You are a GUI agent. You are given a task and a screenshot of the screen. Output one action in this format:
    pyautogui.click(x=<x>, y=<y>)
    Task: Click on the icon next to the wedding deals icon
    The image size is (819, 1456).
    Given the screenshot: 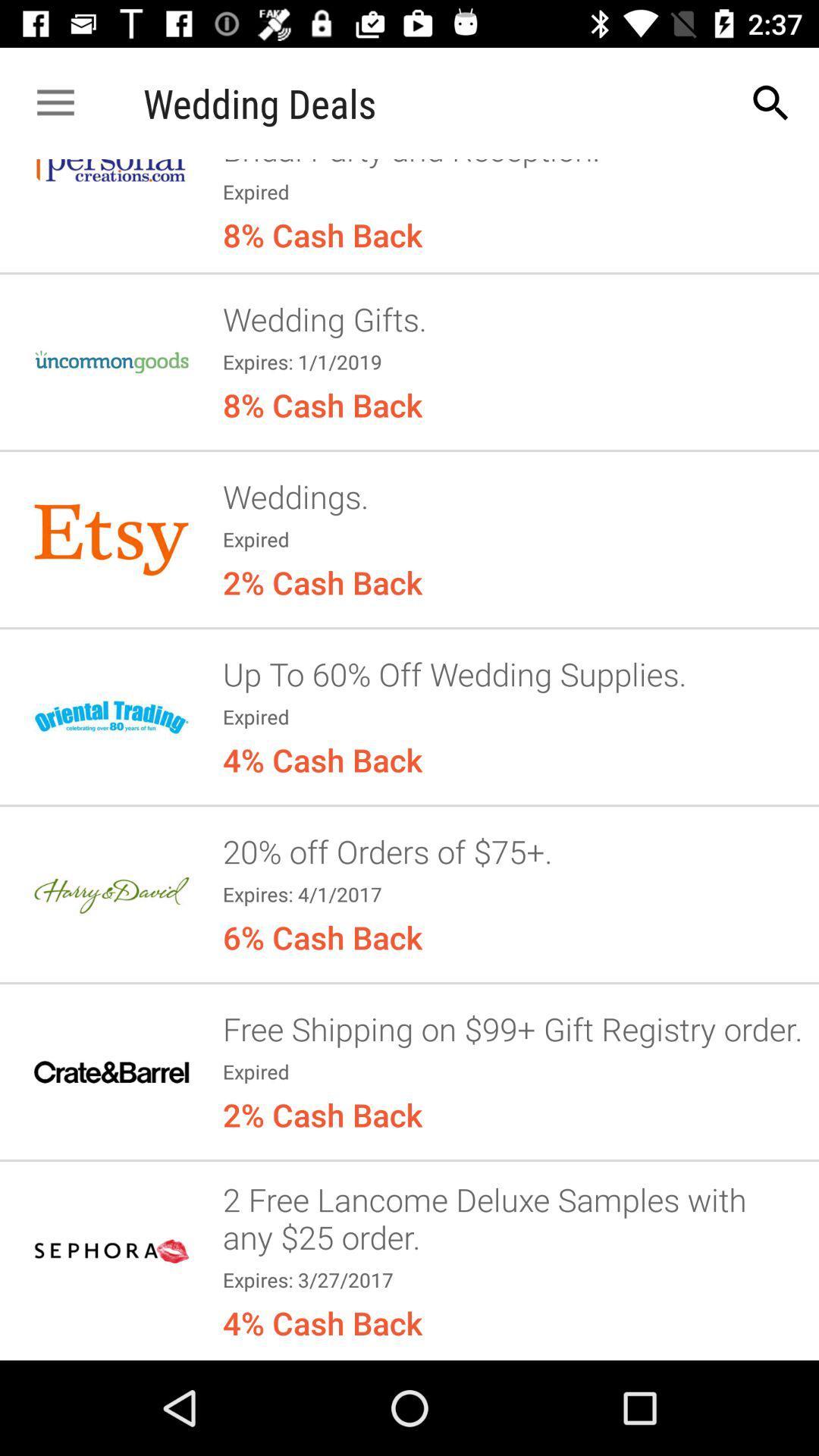 What is the action you would take?
    pyautogui.click(x=771, y=102)
    